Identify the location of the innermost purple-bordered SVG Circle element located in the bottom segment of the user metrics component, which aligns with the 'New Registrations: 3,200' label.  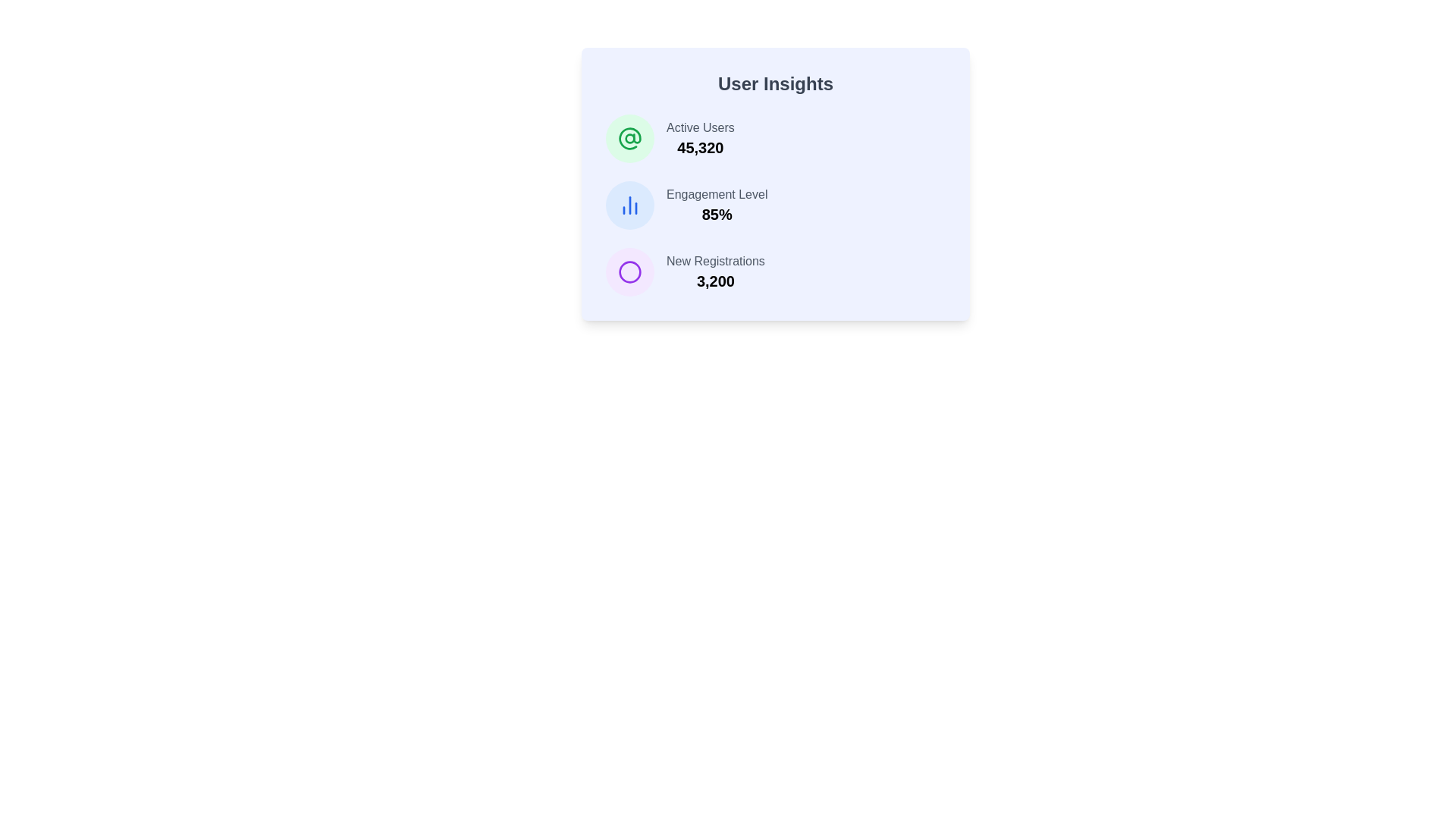
(629, 271).